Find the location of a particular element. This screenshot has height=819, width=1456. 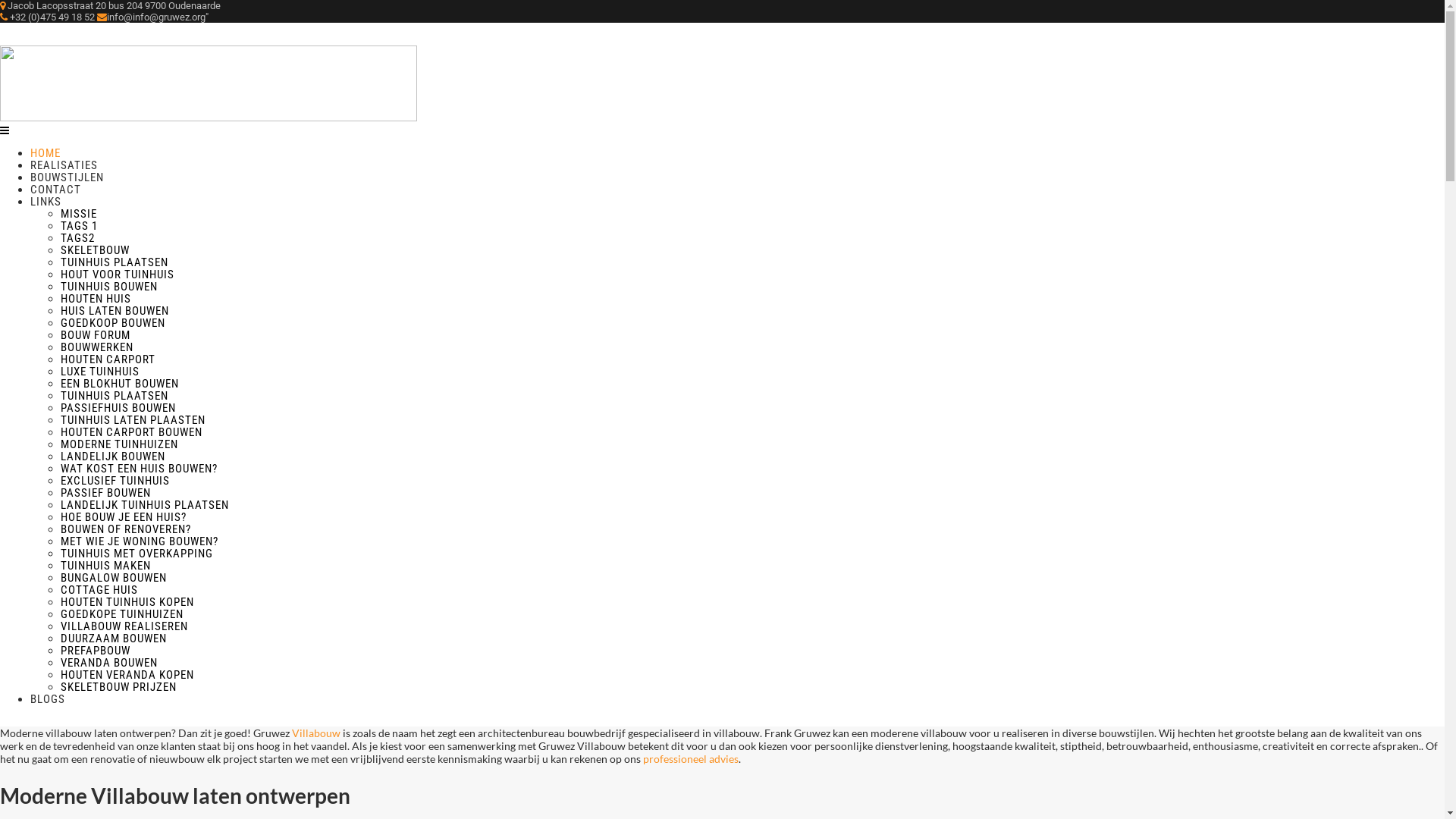

'EEN BLOKHUT BOUWEN' is located at coordinates (61, 382).